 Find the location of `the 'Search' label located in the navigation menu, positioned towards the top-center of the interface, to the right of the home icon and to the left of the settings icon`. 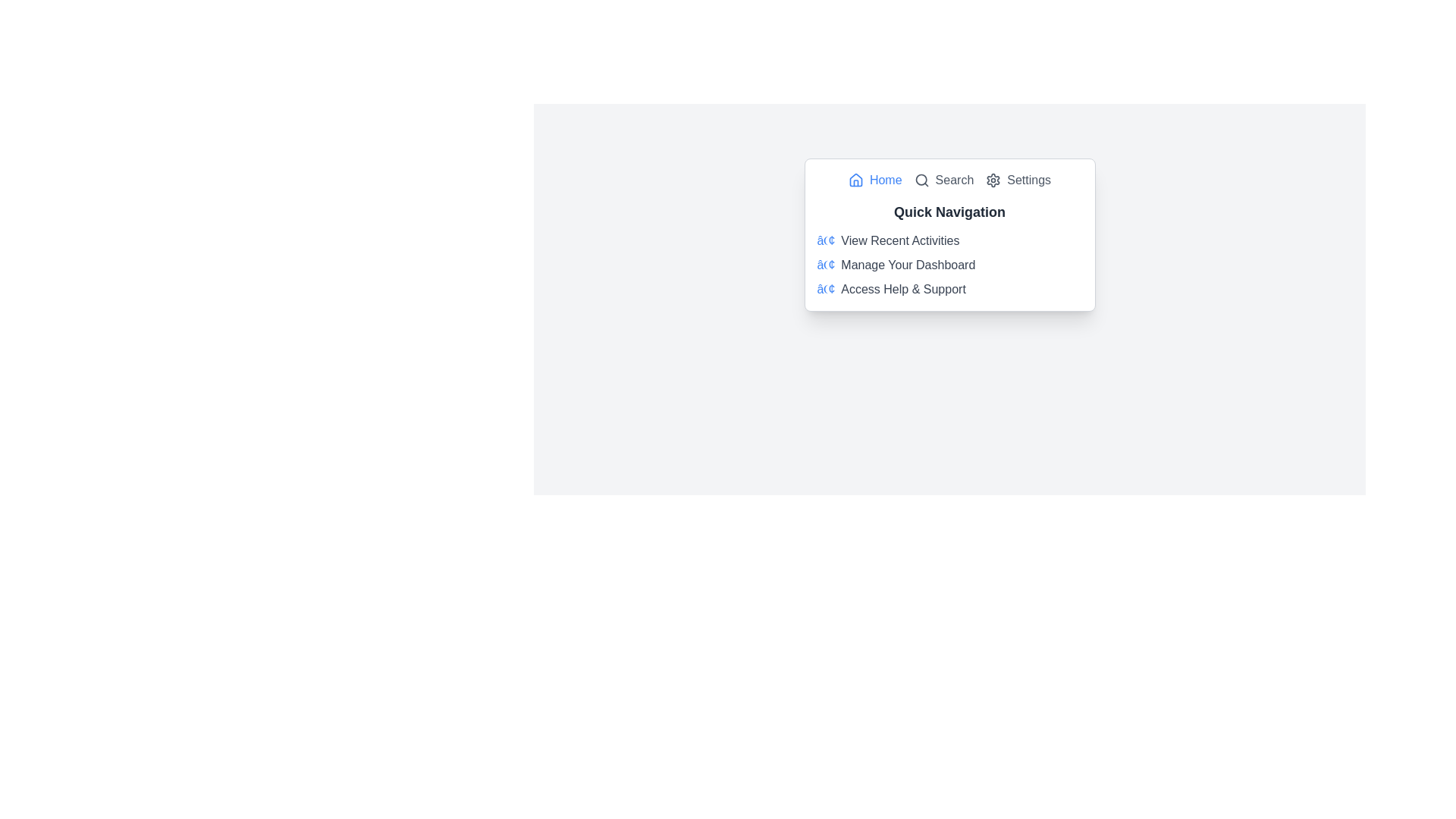

the 'Search' label located in the navigation menu, positioned towards the top-center of the interface, to the right of the home icon and to the left of the settings icon is located at coordinates (953, 180).